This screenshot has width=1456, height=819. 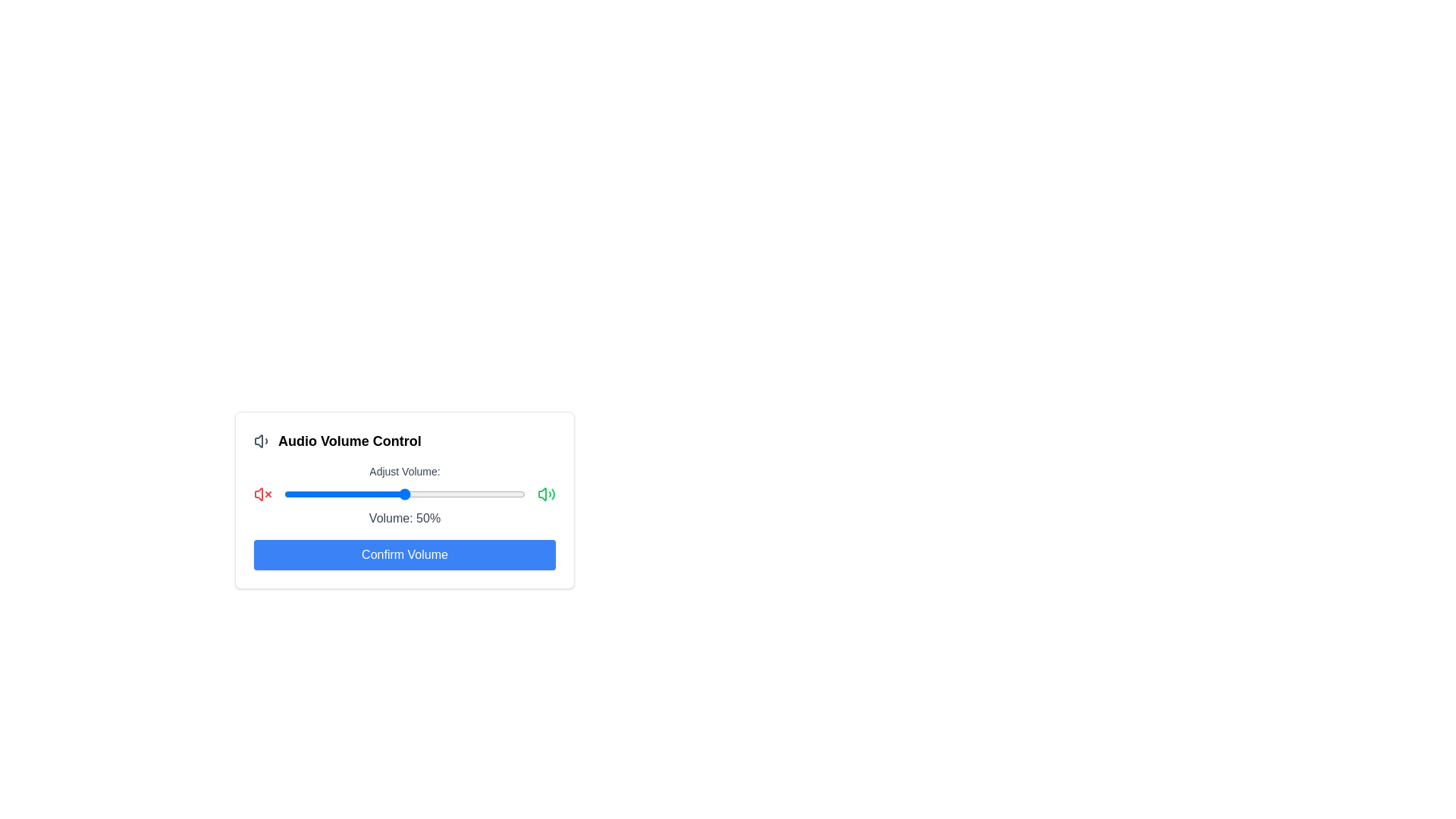 I want to click on the mute icon to adjust the volume state, so click(x=262, y=494).